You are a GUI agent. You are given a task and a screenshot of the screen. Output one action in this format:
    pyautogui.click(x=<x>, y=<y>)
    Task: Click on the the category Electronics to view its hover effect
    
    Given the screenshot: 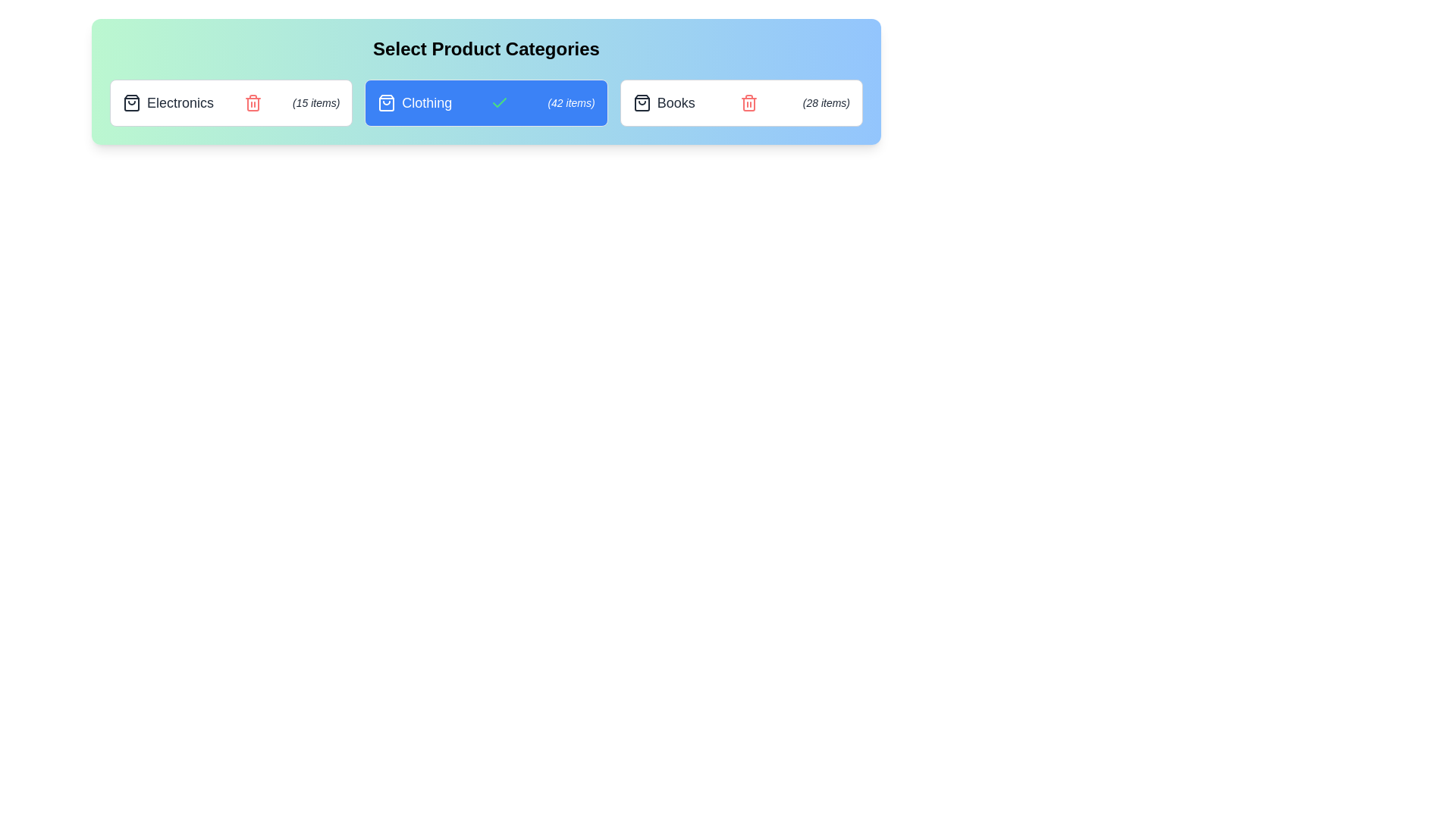 What is the action you would take?
    pyautogui.click(x=231, y=102)
    